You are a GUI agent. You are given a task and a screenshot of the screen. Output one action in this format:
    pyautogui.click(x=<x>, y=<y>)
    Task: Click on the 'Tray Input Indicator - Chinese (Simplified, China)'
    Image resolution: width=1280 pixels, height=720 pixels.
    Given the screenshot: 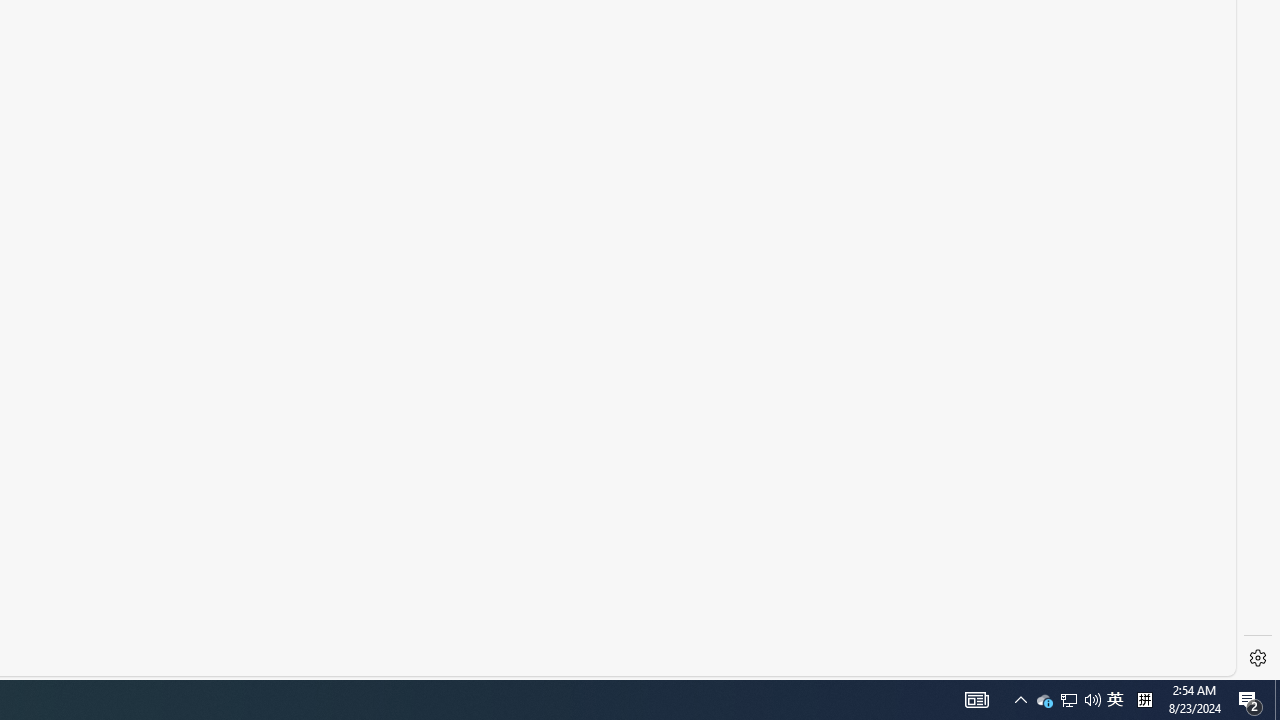 What is the action you would take?
    pyautogui.click(x=1144, y=698)
    